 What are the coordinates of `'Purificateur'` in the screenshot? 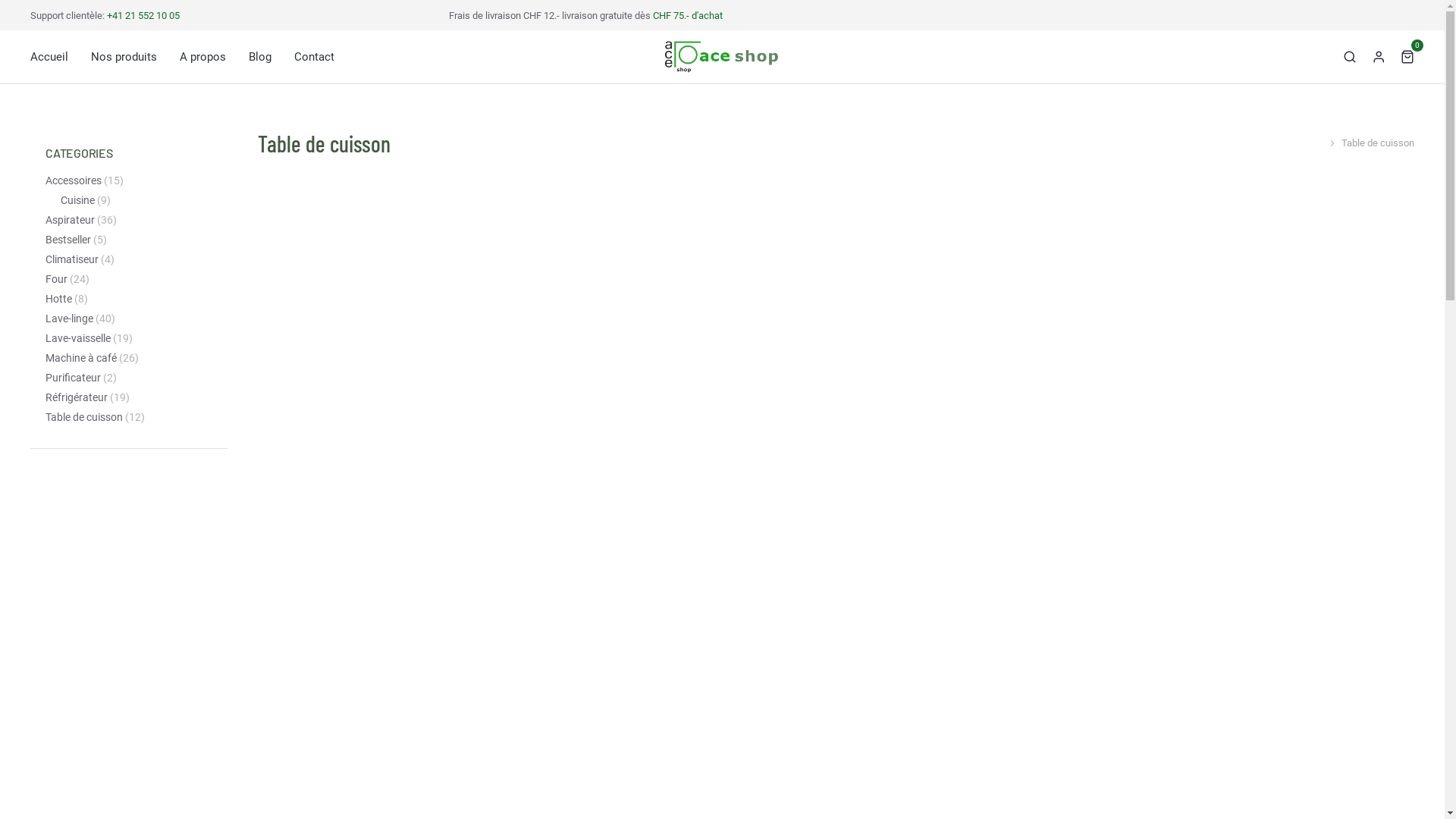 It's located at (72, 377).